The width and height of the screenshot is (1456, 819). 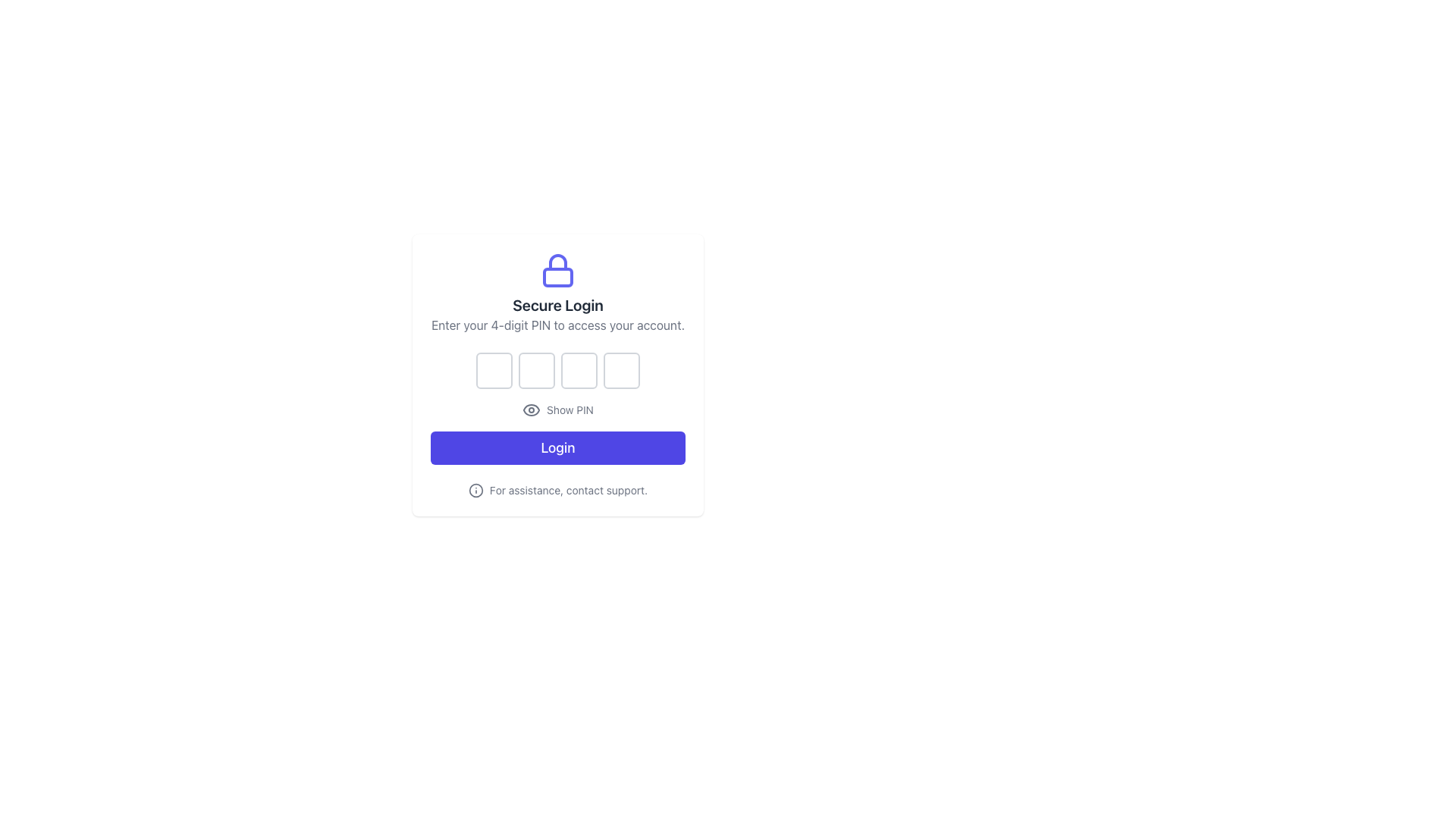 What do you see at coordinates (570, 409) in the screenshot?
I see `the text label that informs the user about the functionality of the adjacent eye icon, which toggles the visibility of the PIN code inputted above` at bounding box center [570, 409].